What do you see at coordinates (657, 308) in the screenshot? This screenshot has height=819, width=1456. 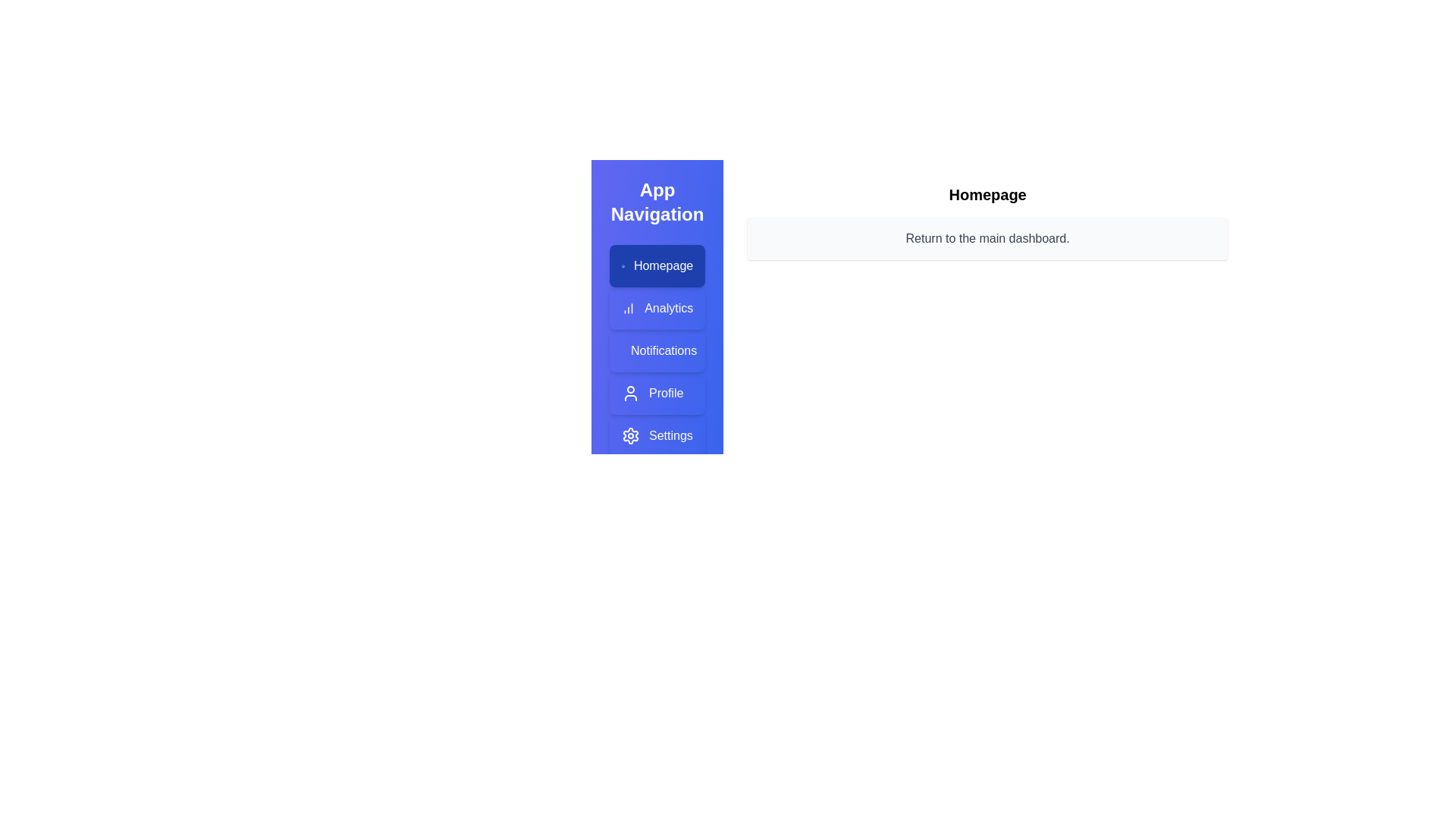 I see `the 'Analytics' navigation button, which features a graph icon and is located below the 'Homepage' button in the vertical menu` at bounding box center [657, 308].